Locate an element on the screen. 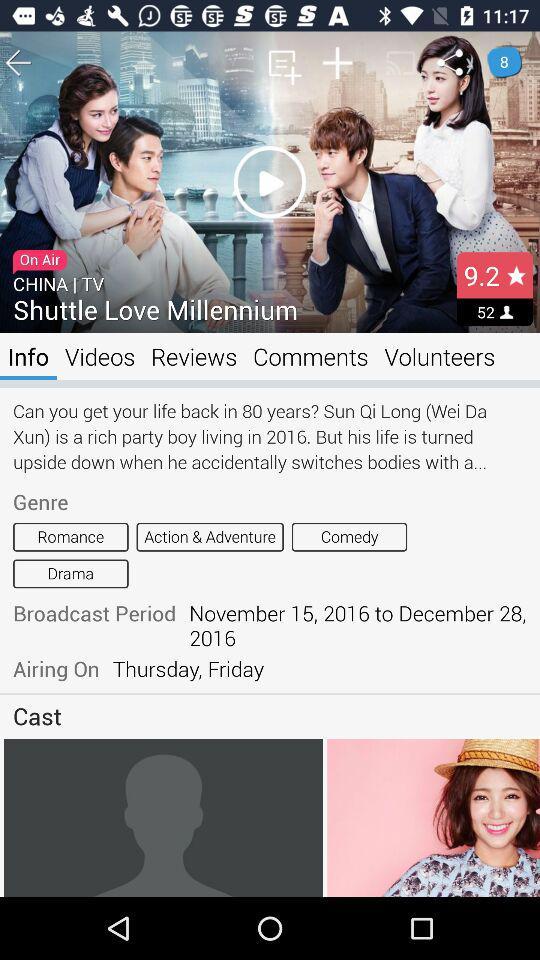 The image size is (540, 960). the arrow_backward icon is located at coordinates (17, 62).